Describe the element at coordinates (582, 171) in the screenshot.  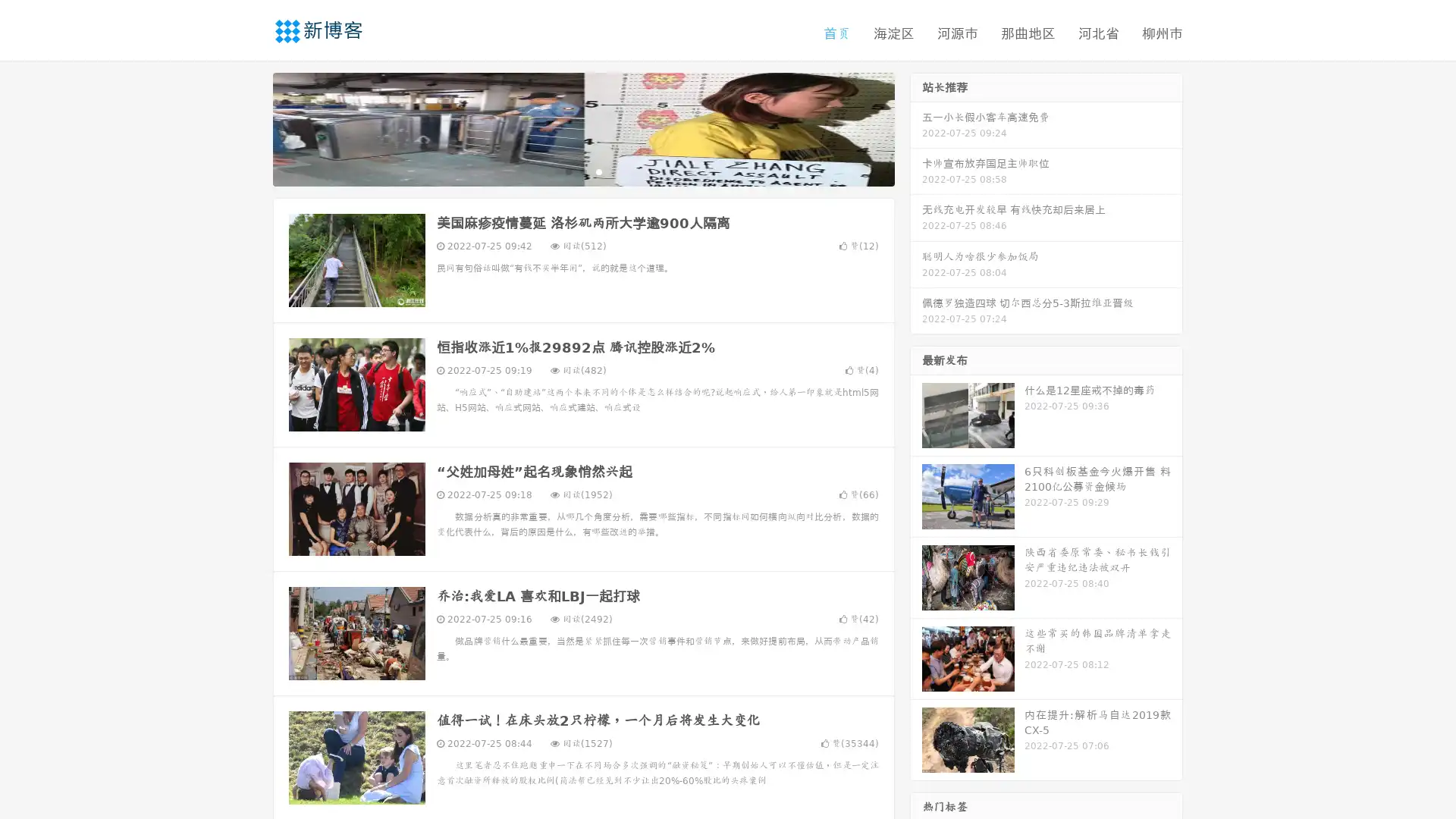
I see `Go to slide 2` at that location.